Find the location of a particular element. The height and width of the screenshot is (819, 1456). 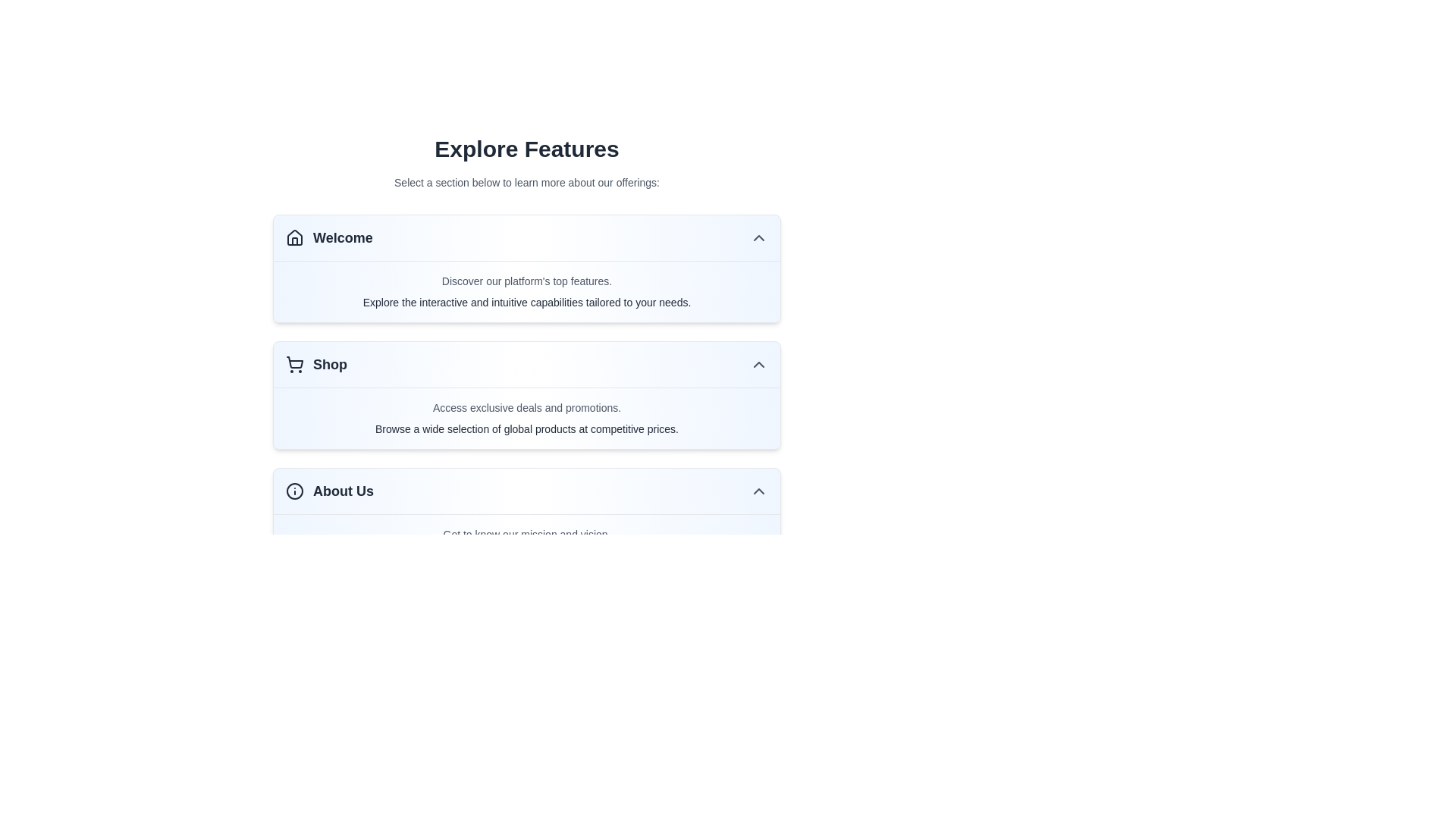

the static text element displaying 'Discover our platform's top features.' which is a small, gray-colored text label positioned above another text in the 'Welcome' section is located at coordinates (527, 281).